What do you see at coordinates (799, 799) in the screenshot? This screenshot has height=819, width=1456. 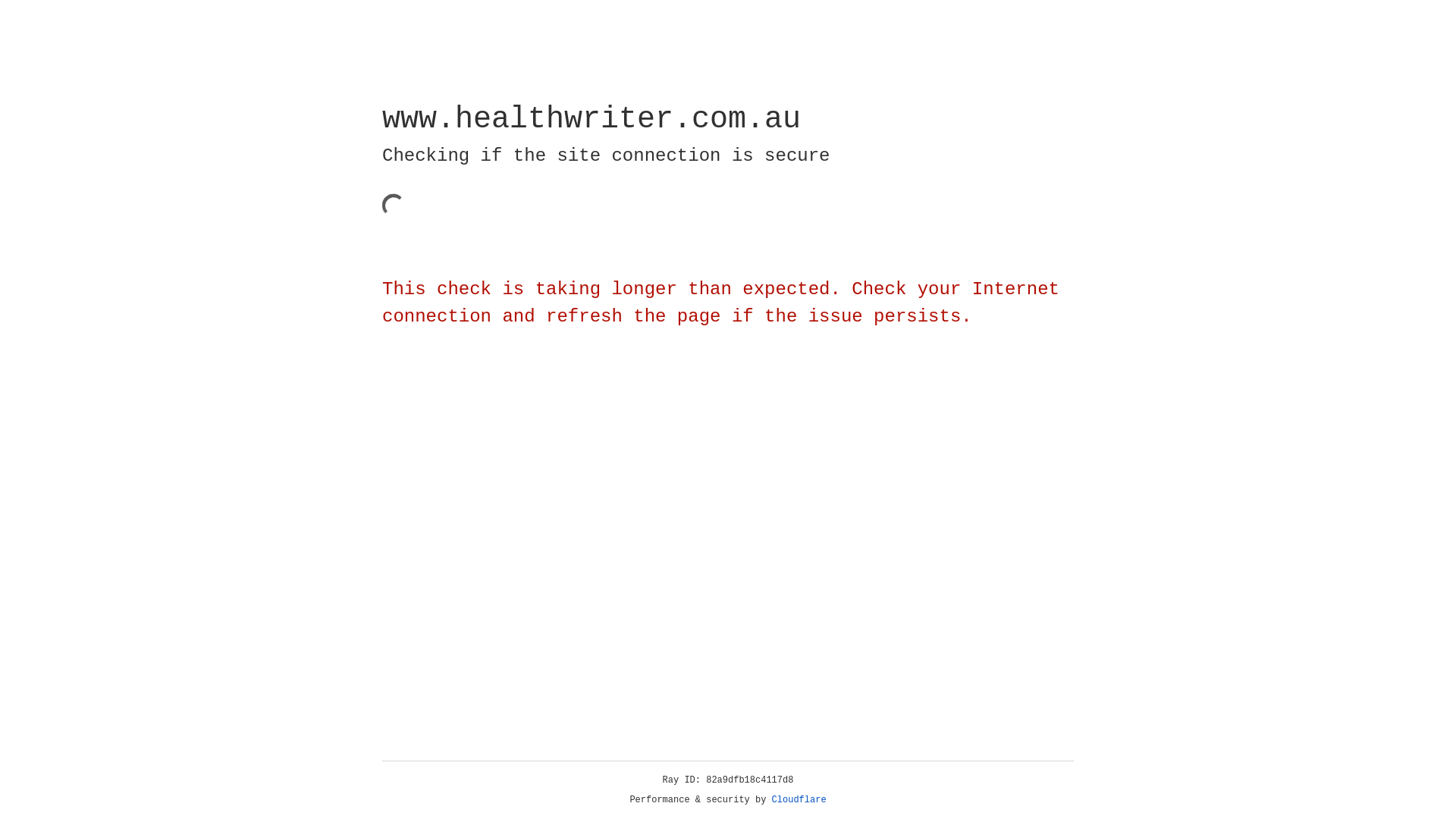 I see `'Cloudflare'` at bounding box center [799, 799].